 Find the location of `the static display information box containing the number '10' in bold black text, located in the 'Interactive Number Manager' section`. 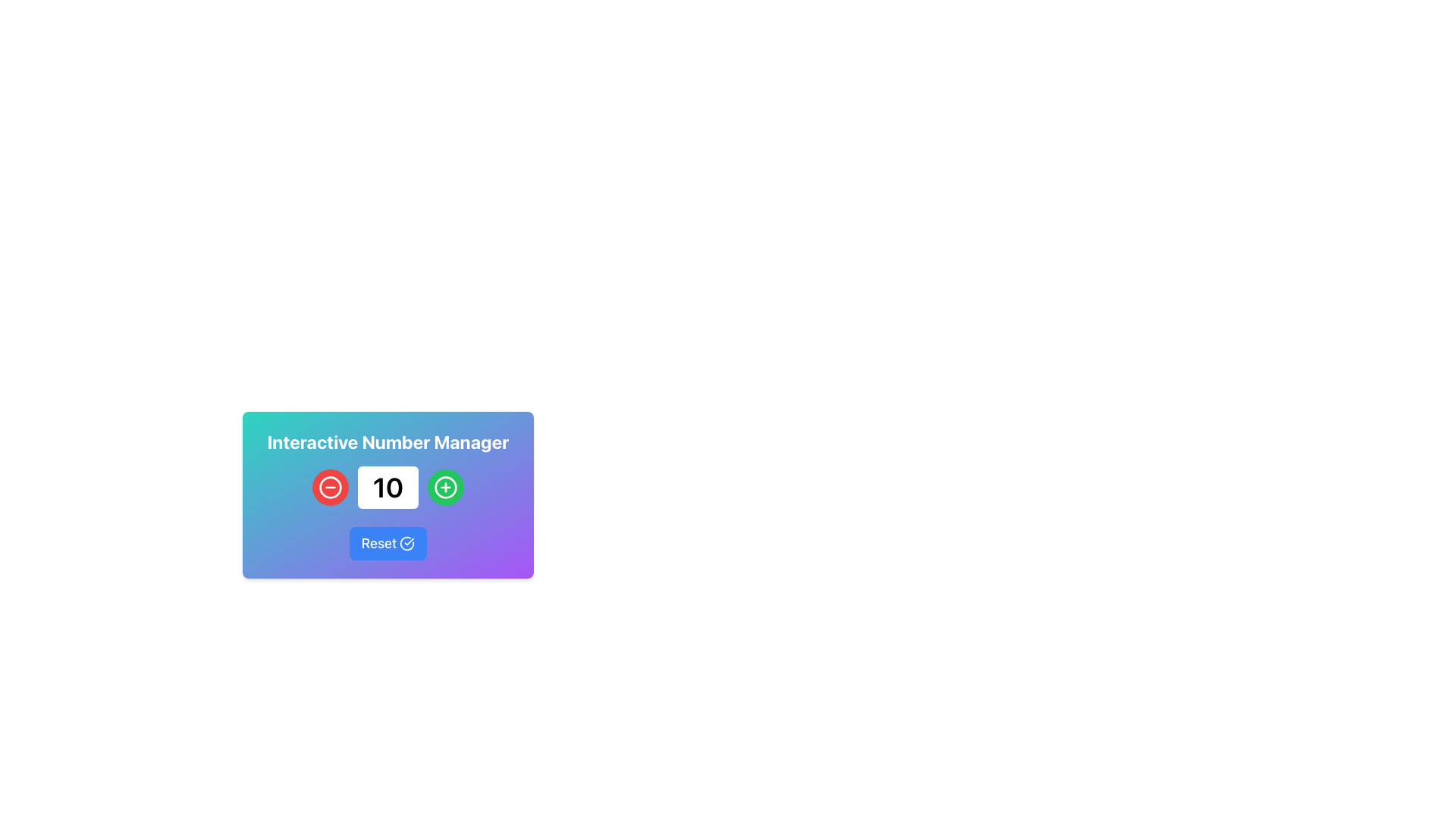

the static display information box containing the number '10' in bold black text, located in the 'Interactive Number Manager' section is located at coordinates (388, 488).